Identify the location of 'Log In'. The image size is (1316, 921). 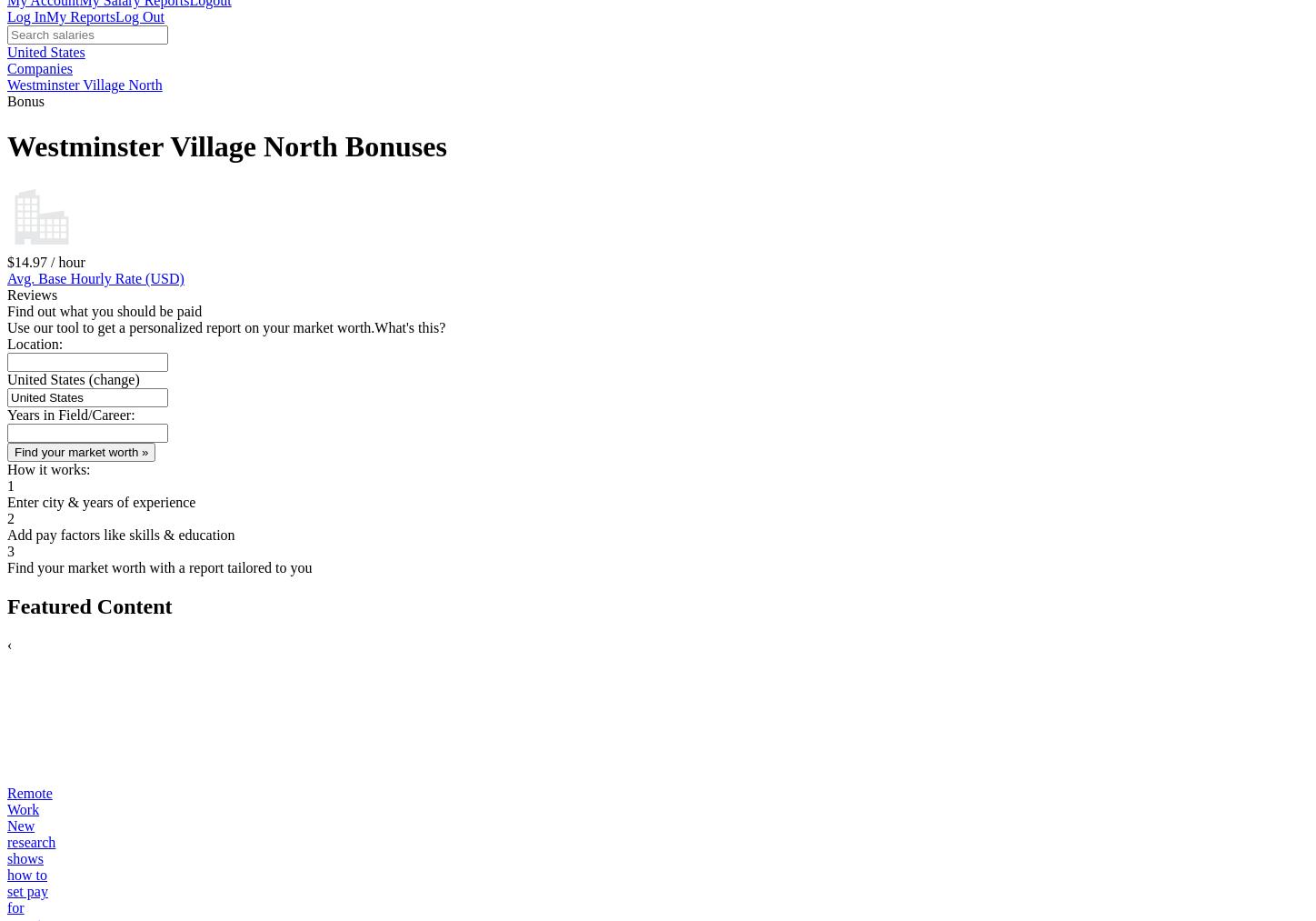
(6, 15).